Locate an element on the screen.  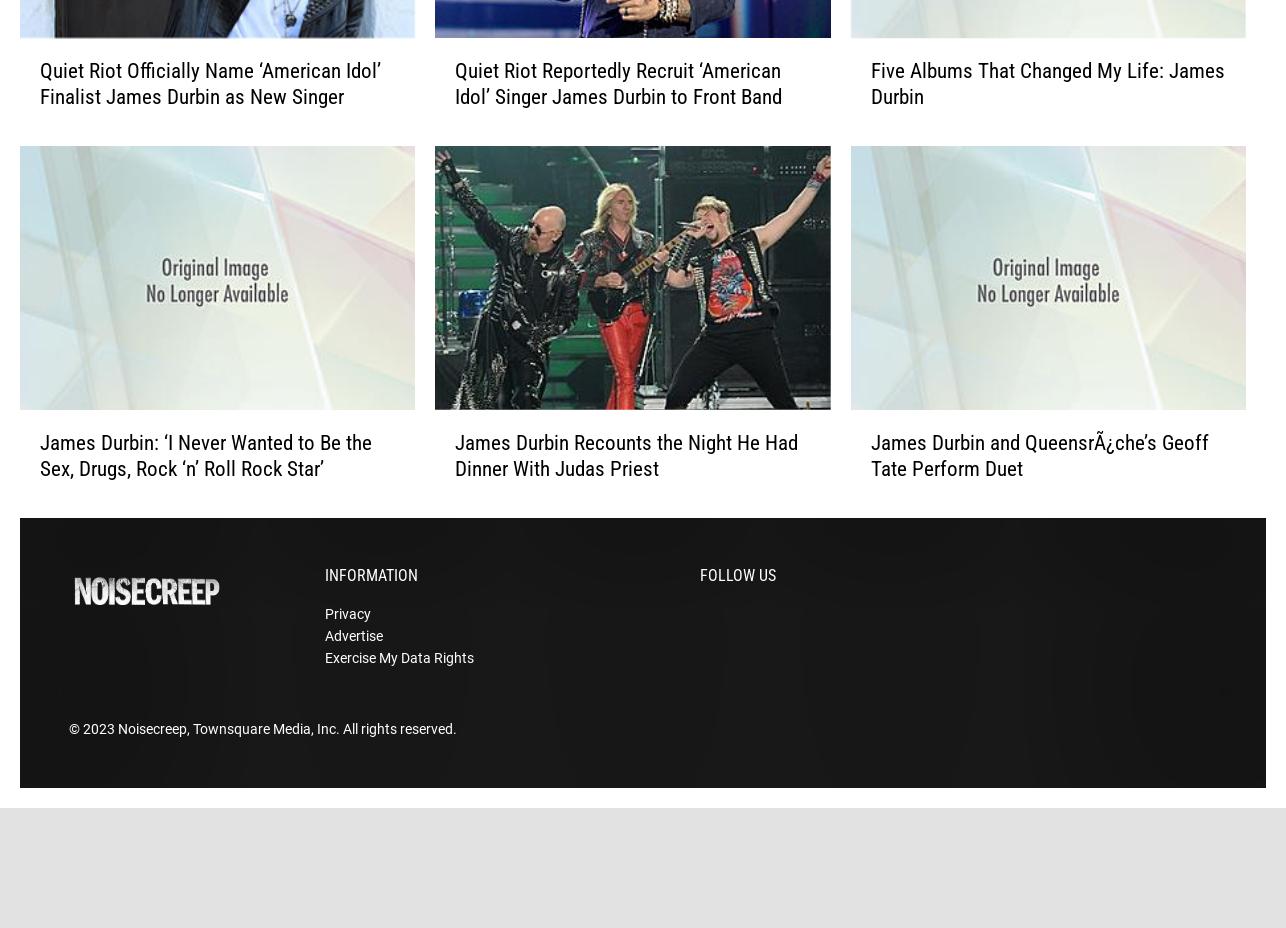
'Noisecreep' is located at coordinates (118, 759).